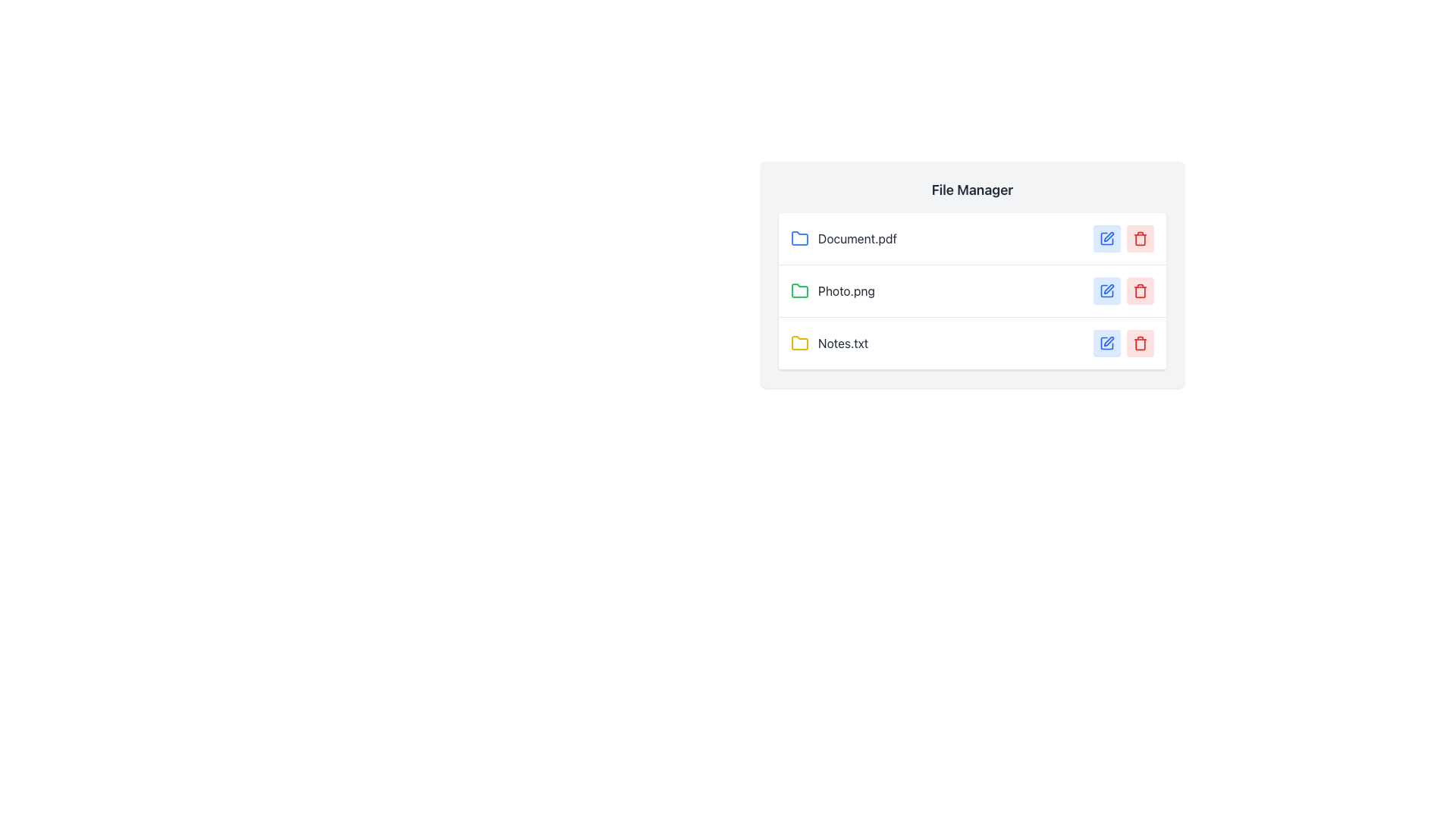 The height and width of the screenshot is (819, 1456). I want to click on the text label displaying the file name 'Notes.txt' in the file manager interface, which is the last item in a column of three items, so click(843, 343).